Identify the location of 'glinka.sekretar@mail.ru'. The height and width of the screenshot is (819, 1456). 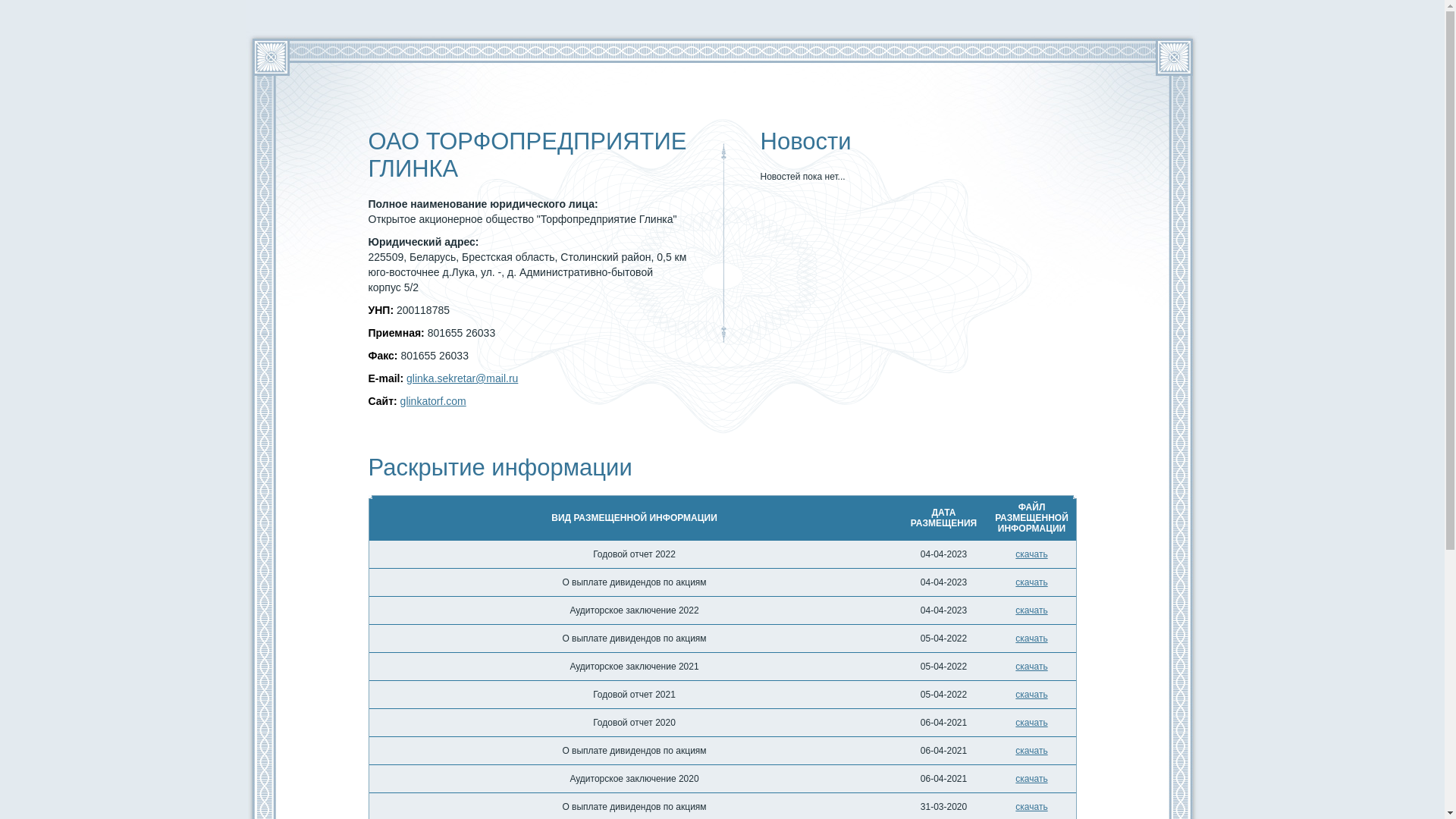
(461, 377).